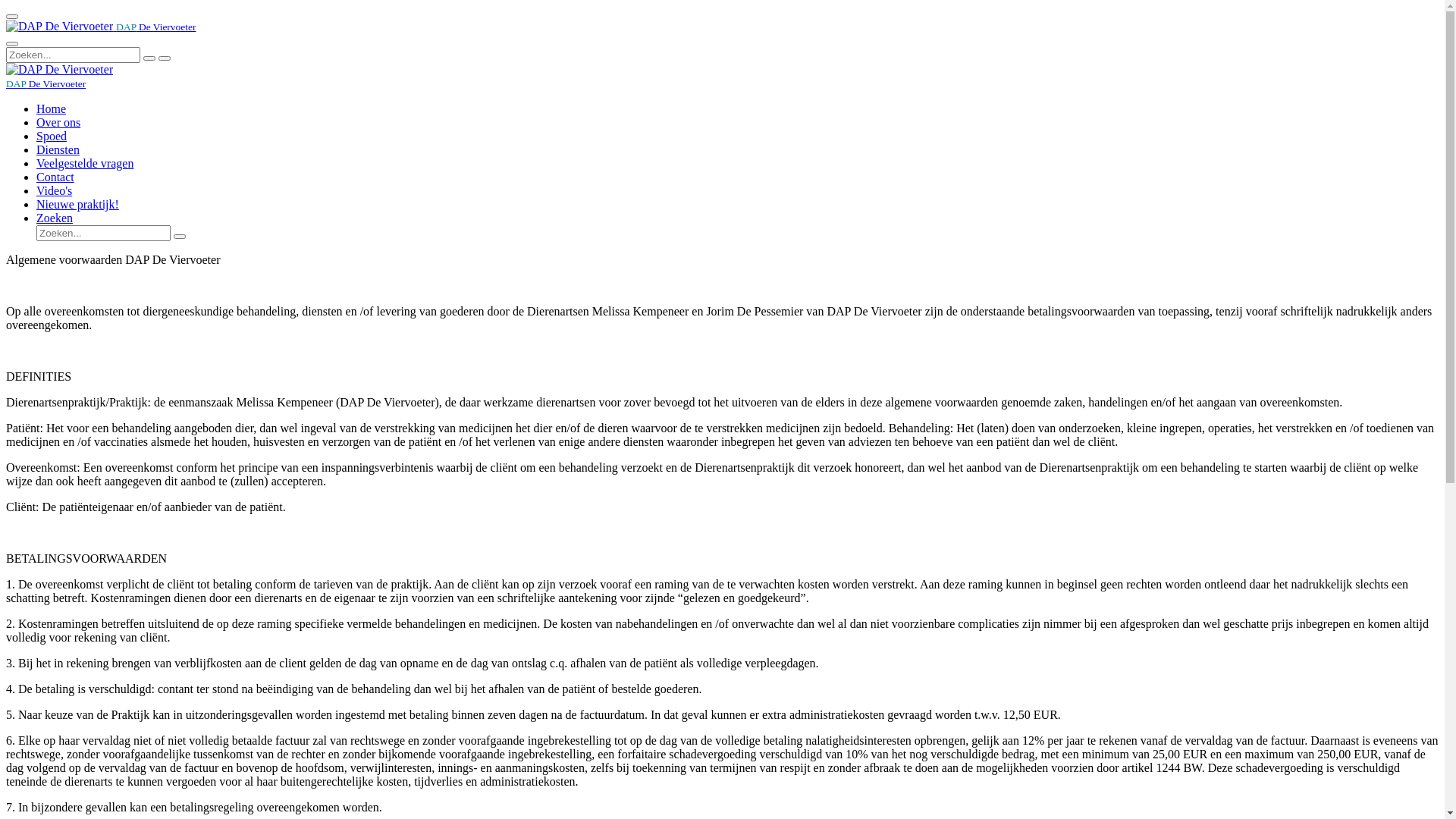 Image resolution: width=1456 pixels, height=819 pixels. I want to click on 'DAP De Viervoeter', so click(59, 70).